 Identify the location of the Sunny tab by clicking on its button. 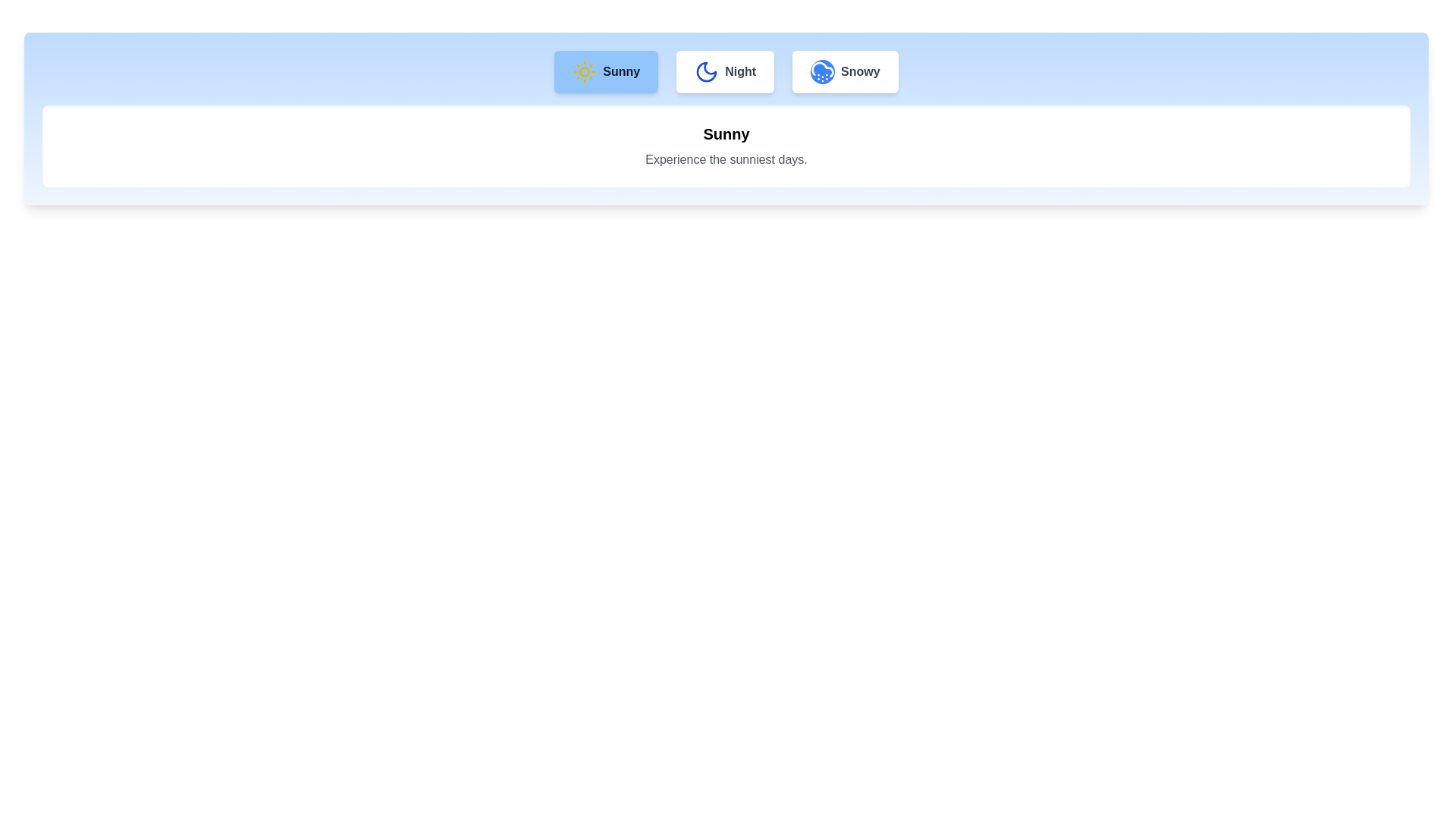
(605, 72).